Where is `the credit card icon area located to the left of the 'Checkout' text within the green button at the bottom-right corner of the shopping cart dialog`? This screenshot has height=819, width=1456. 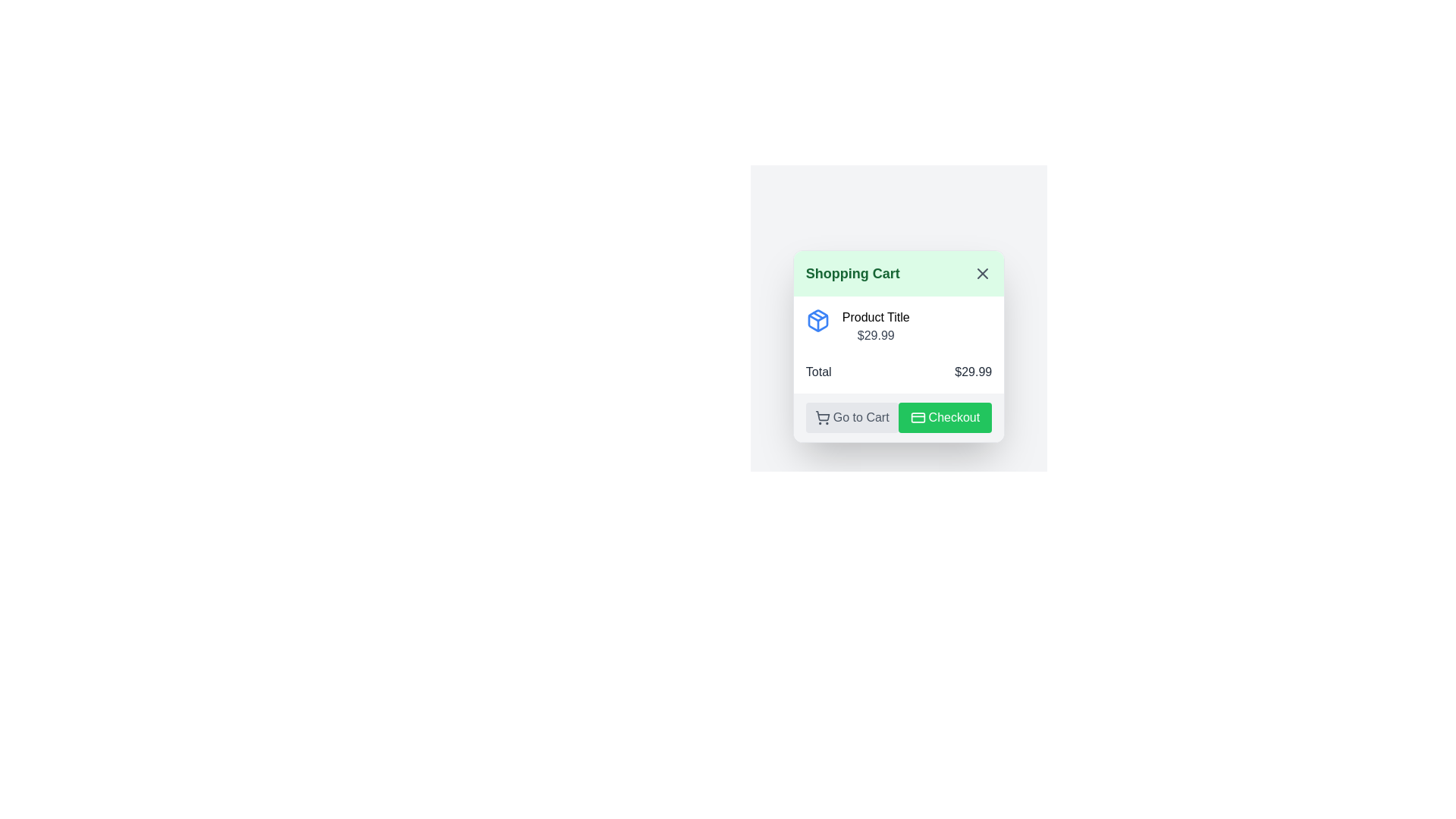
the credit card icon area located to the left of the 'Checkout' text within the green button at the bottom-right corner of the shopping cart dialog is located at coordinates (917, 418).